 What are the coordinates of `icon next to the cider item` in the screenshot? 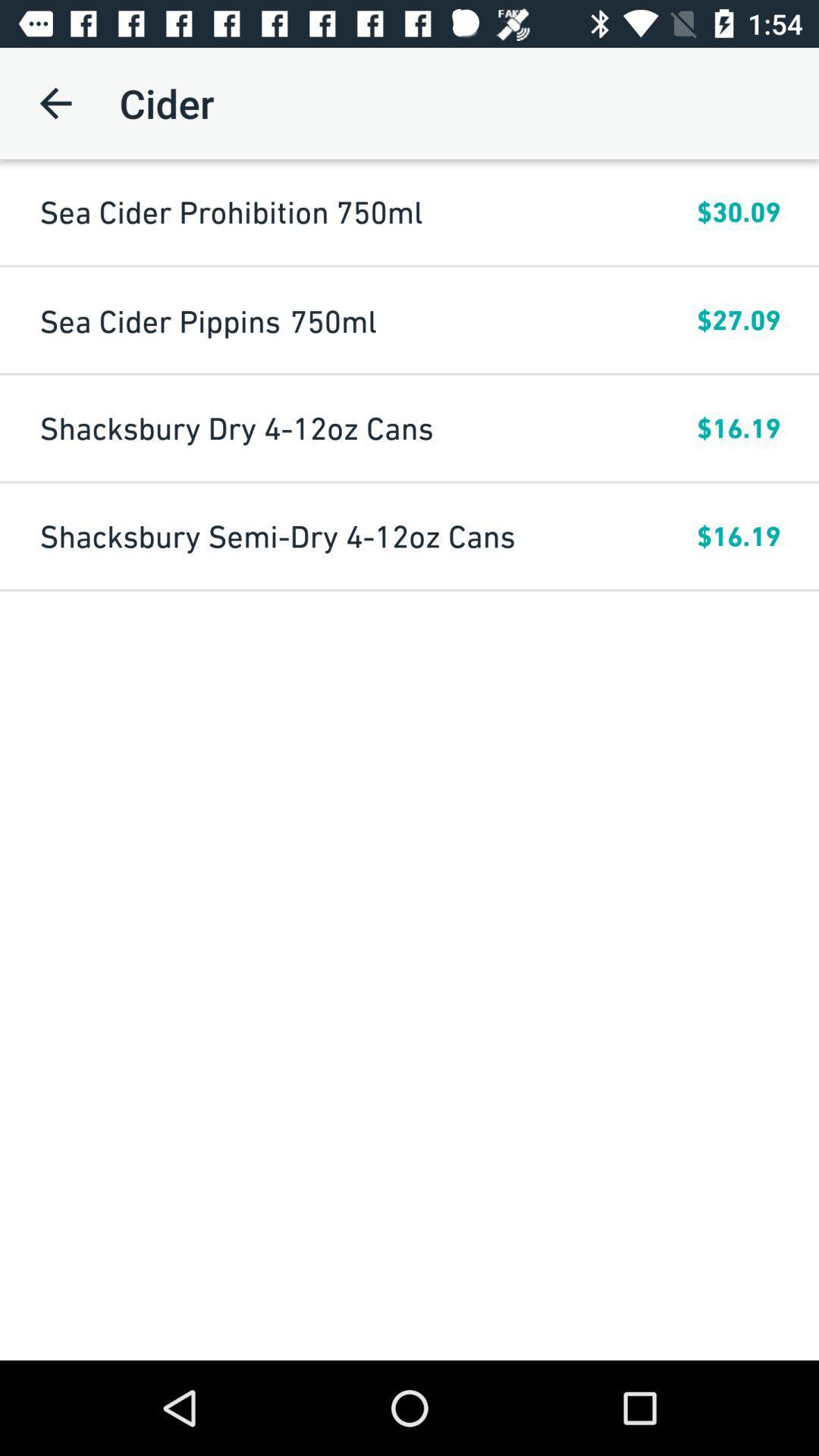 It's located at (55, 102).